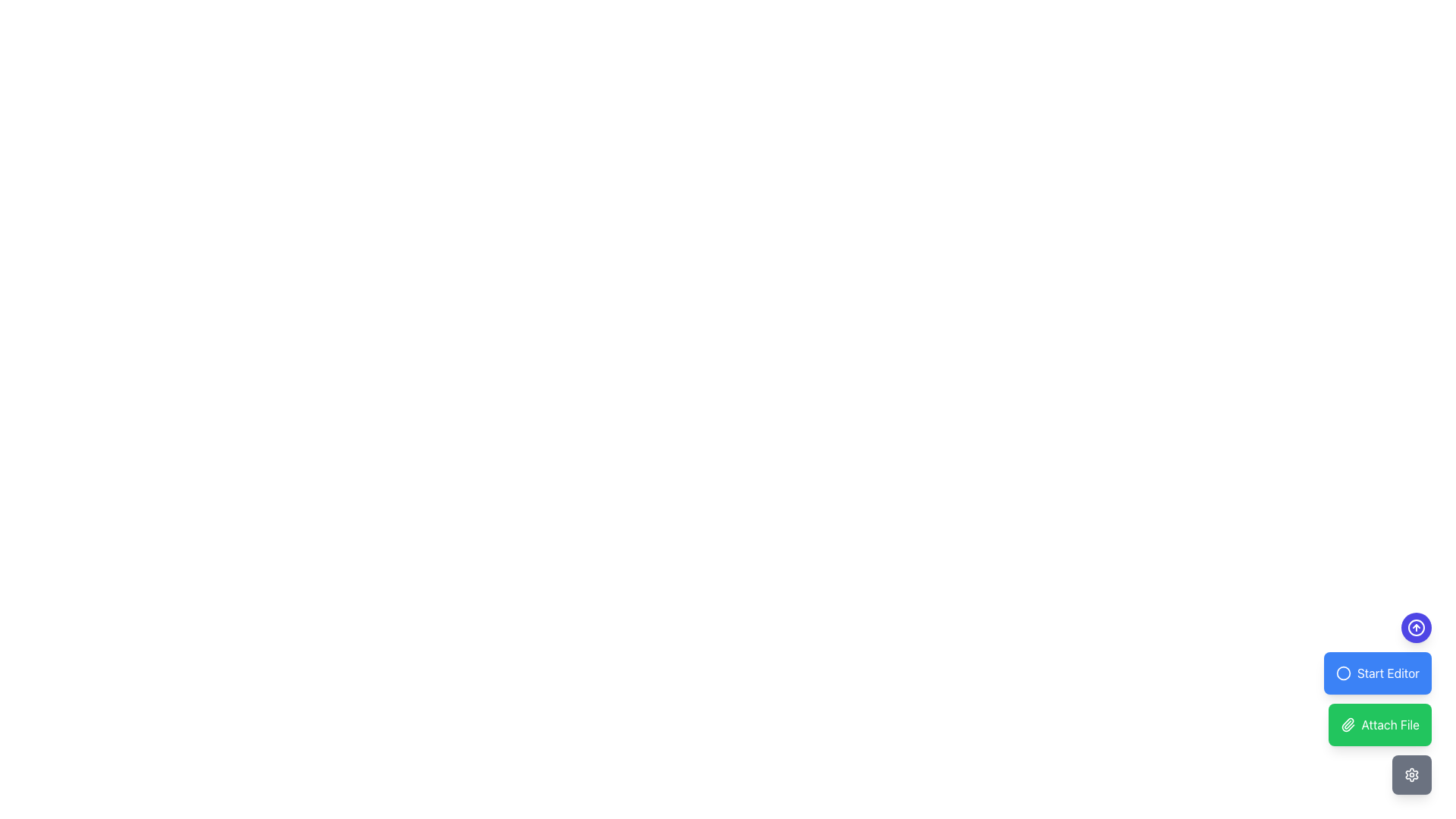 This screenshot has width=1456, height=819. I want to click on the green 'Attach File' button with white text and a paperclip icon, so click(1379, 724).